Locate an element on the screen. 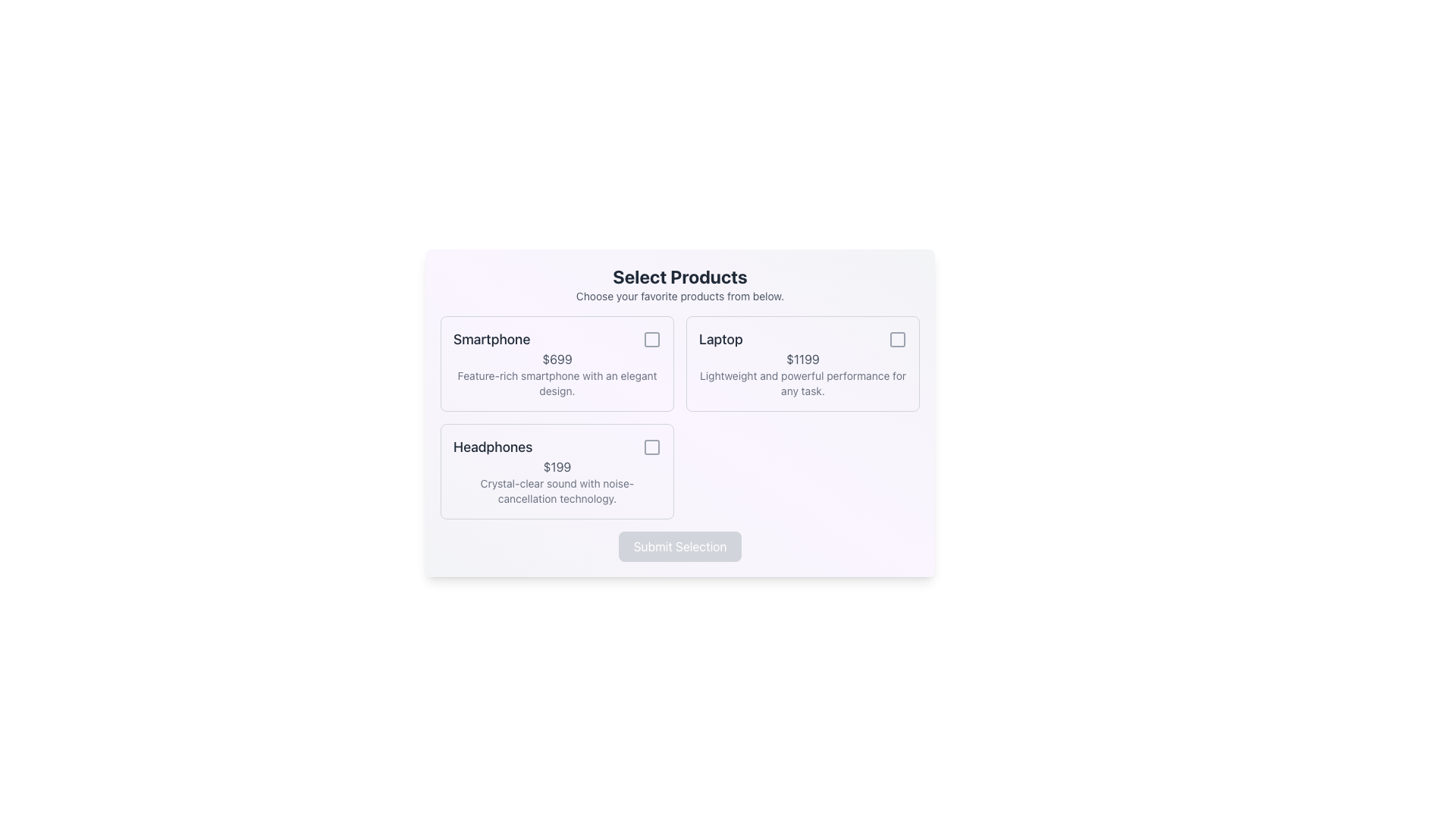 This screenshot has height=819, width=1456. the submit button located below the product selection grid, which allows the user is located at coordinates (679, 547).